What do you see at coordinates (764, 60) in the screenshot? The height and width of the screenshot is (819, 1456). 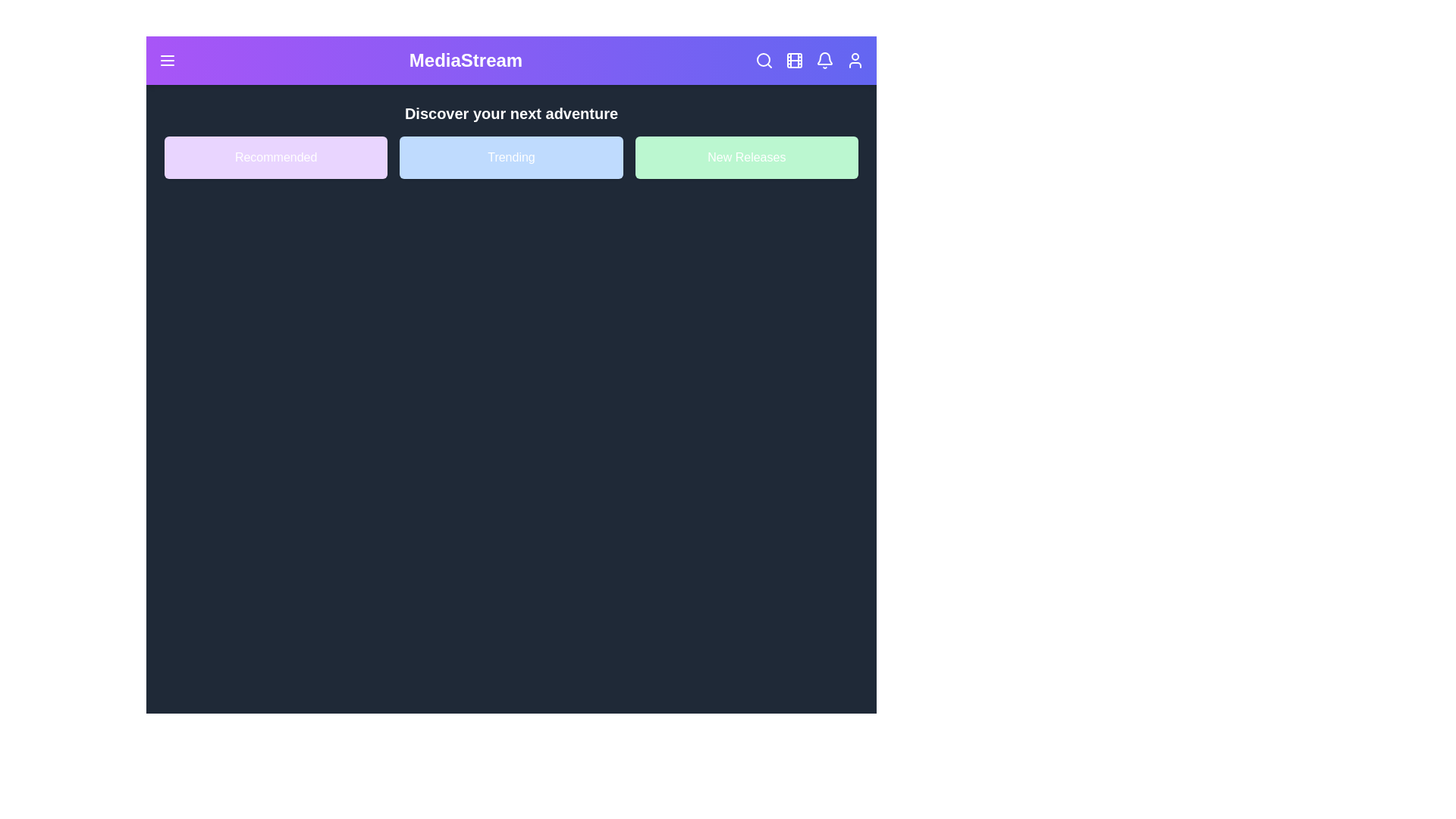 I see `the search icon in the header` at bounding box center [764, 60].